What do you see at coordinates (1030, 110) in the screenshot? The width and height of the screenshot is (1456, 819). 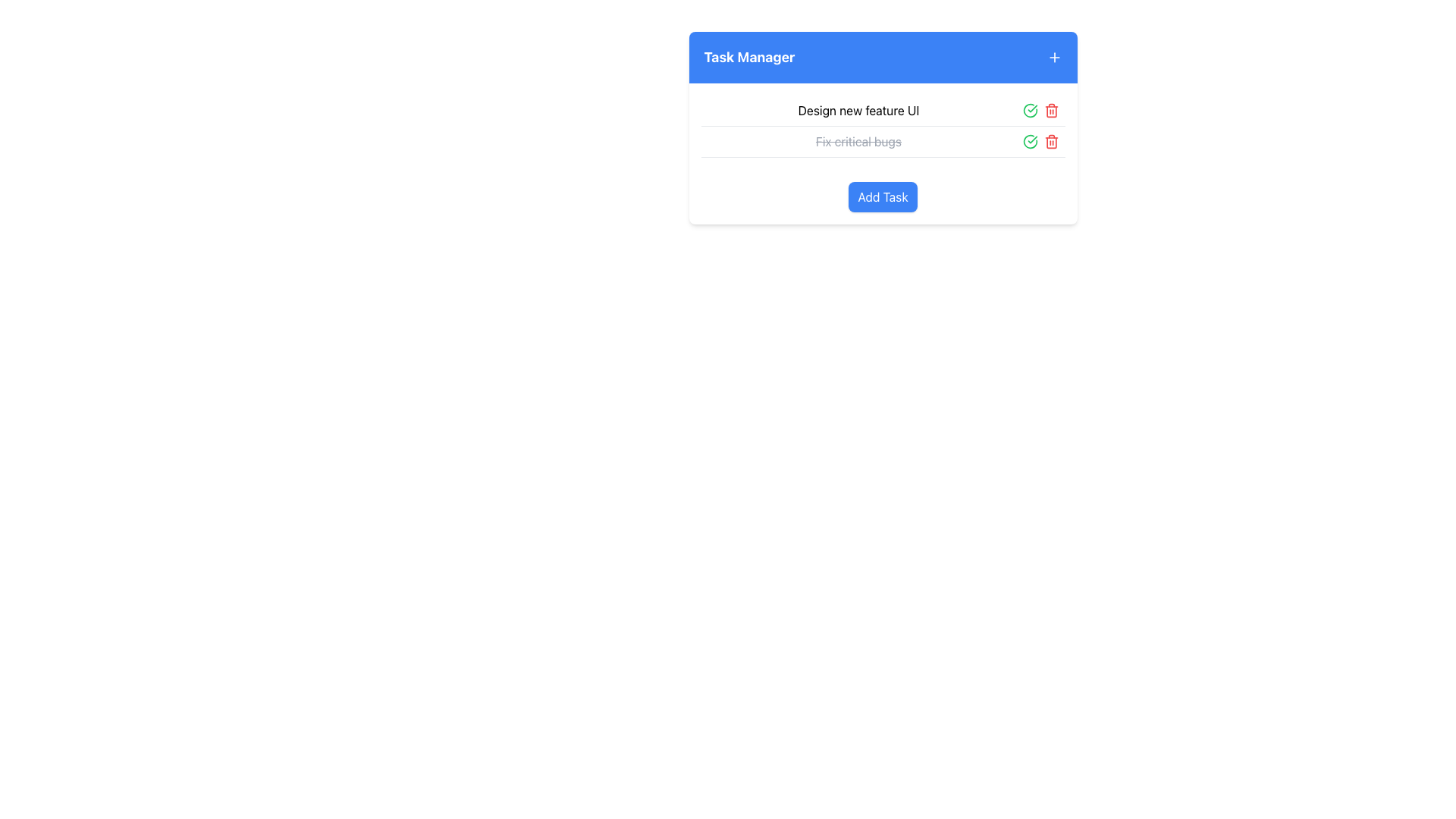 I see `the green circular button with a checkmark symbol next to the task text 'Fix critical bugs' to mark the task as completed` at bounding box center [1030, 110].